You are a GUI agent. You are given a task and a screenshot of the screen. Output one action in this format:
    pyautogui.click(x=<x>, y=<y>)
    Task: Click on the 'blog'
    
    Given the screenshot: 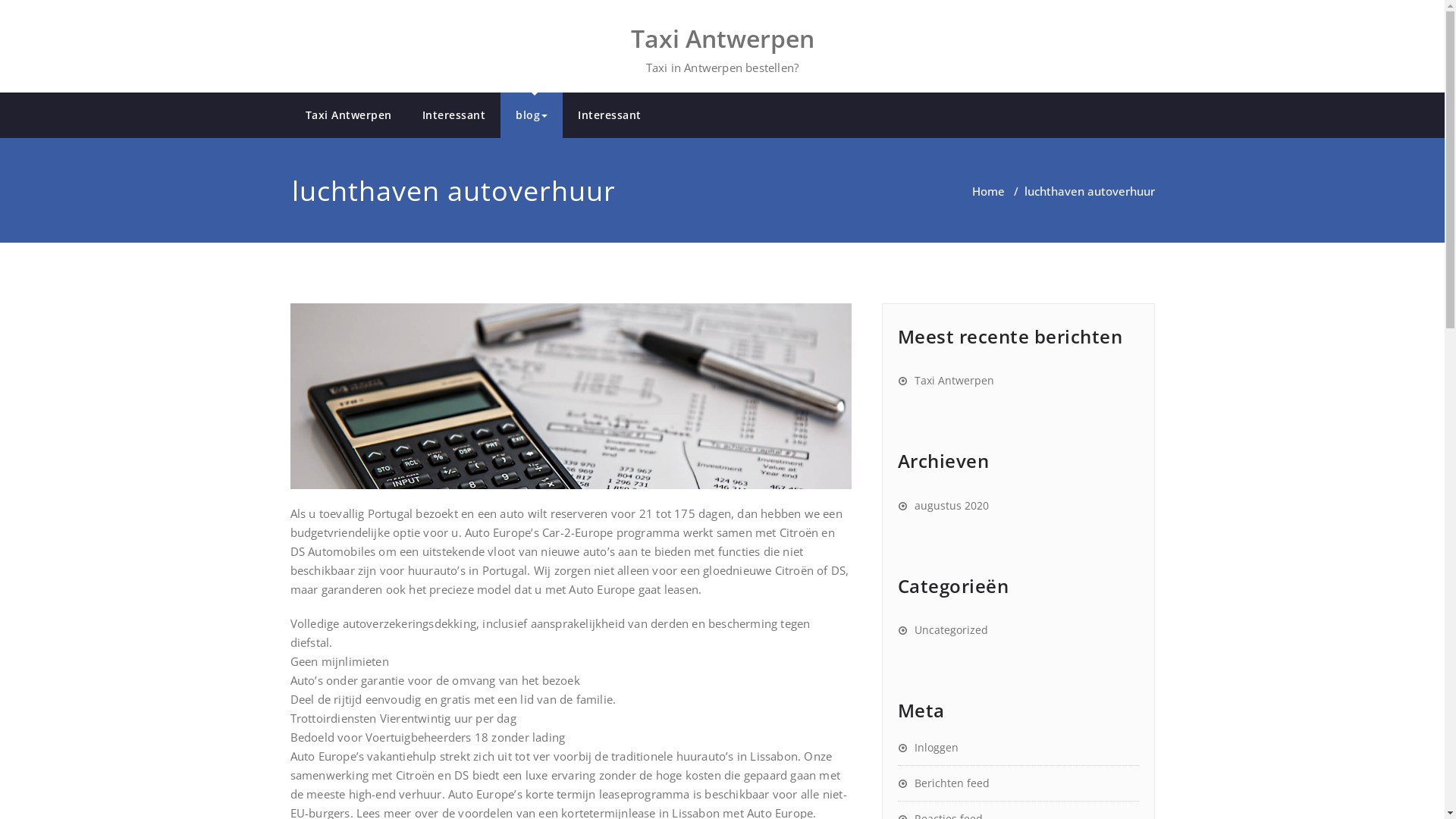 What is the action you would take?
    pyautogui.click(x=531, y=114)
    